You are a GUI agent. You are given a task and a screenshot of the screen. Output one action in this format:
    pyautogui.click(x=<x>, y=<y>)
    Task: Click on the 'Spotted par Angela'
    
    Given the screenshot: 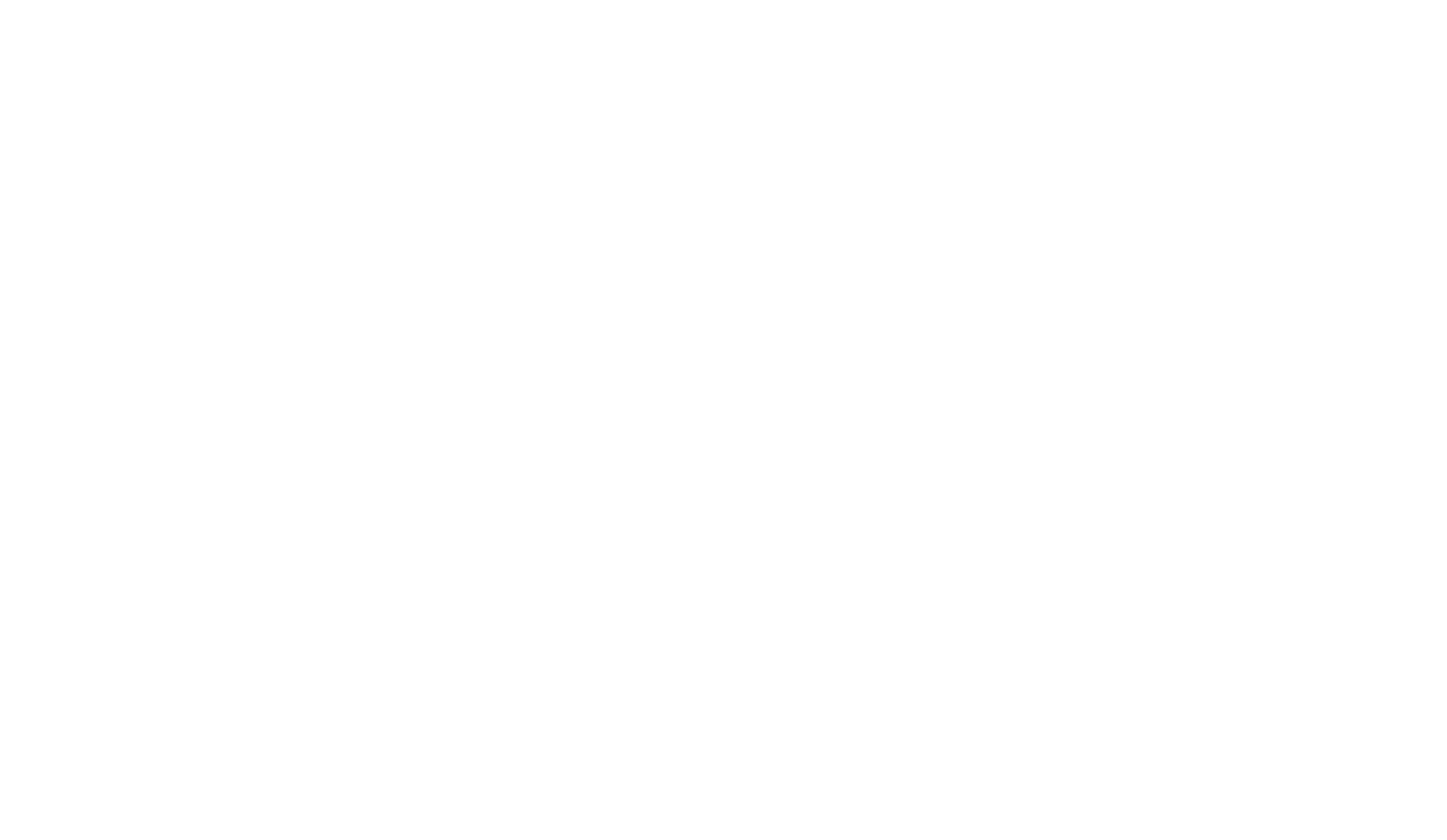 What is the action you would take?
    pyautogui.click(x=289, y=203)
    